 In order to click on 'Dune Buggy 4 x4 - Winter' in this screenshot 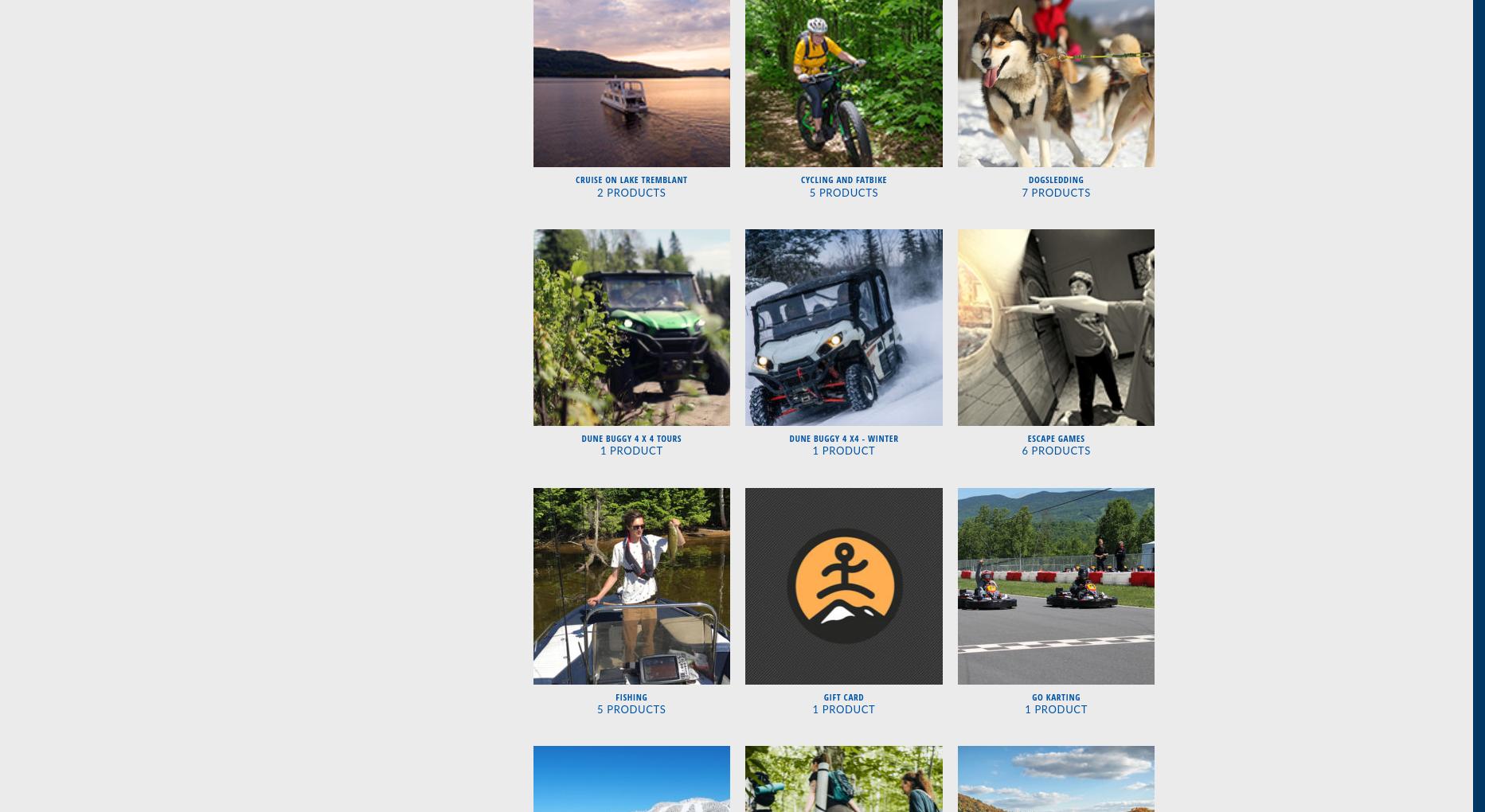, I will do `click(843, 437)`.